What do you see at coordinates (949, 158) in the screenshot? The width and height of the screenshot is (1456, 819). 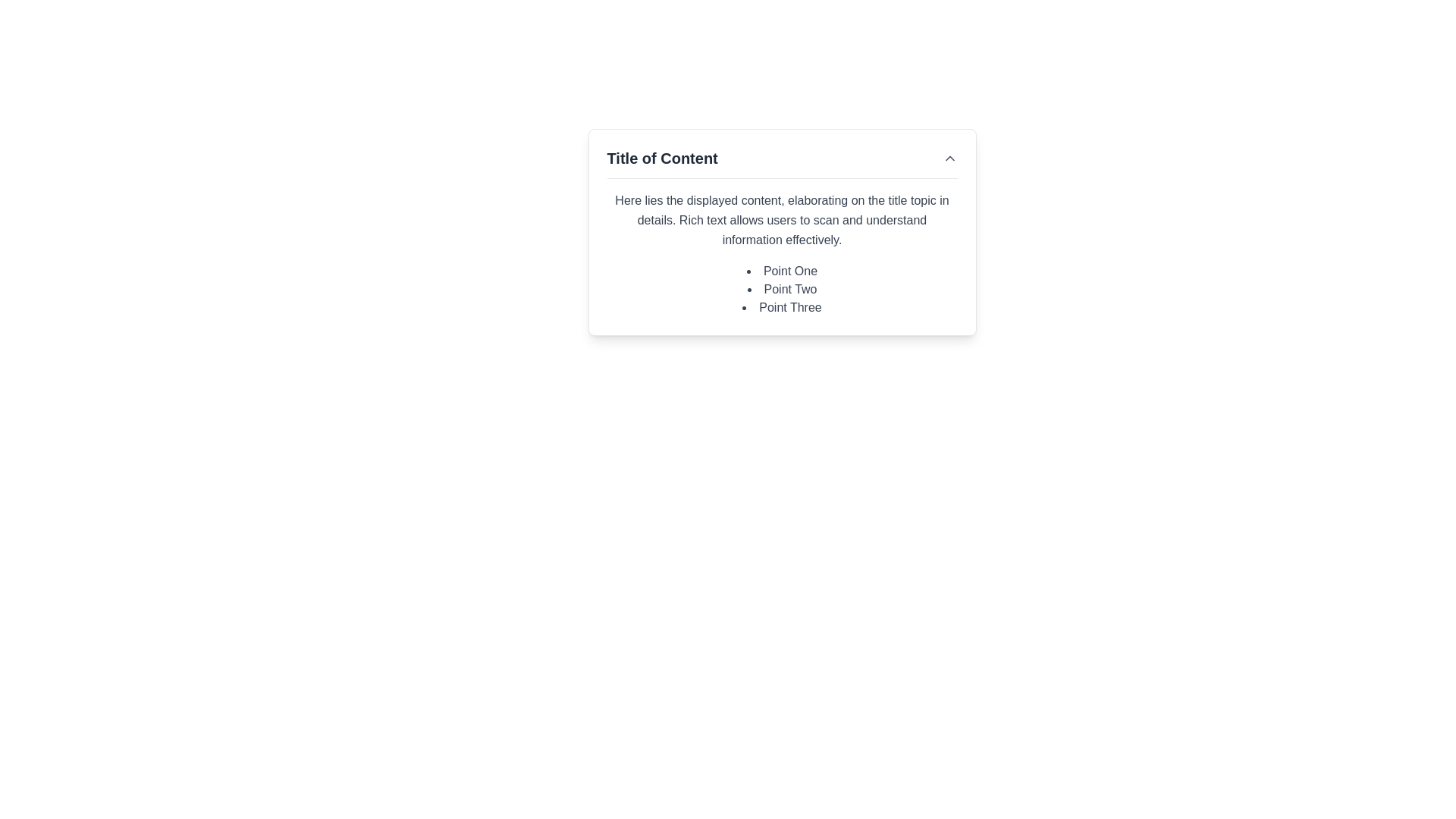 I see `the upward-pointing chevron arrow icon button located at the far right of the title section in the content card header` at bounding box center [949, 158].